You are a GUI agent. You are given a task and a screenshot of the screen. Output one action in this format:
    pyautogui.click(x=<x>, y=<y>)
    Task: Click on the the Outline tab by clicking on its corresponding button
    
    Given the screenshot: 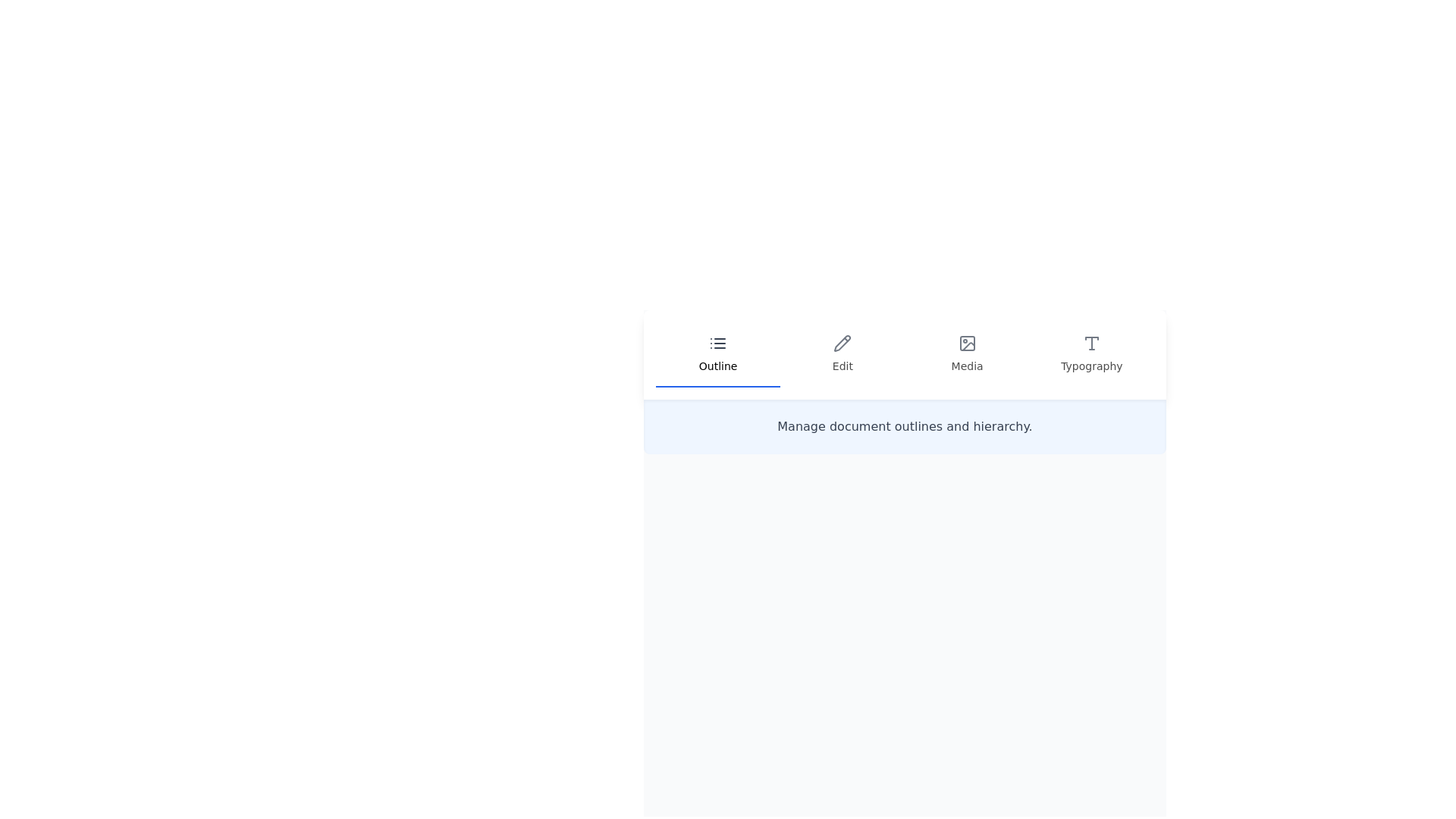 What is the action you would take?
    pyautogui.click(x=717, y=354)
    